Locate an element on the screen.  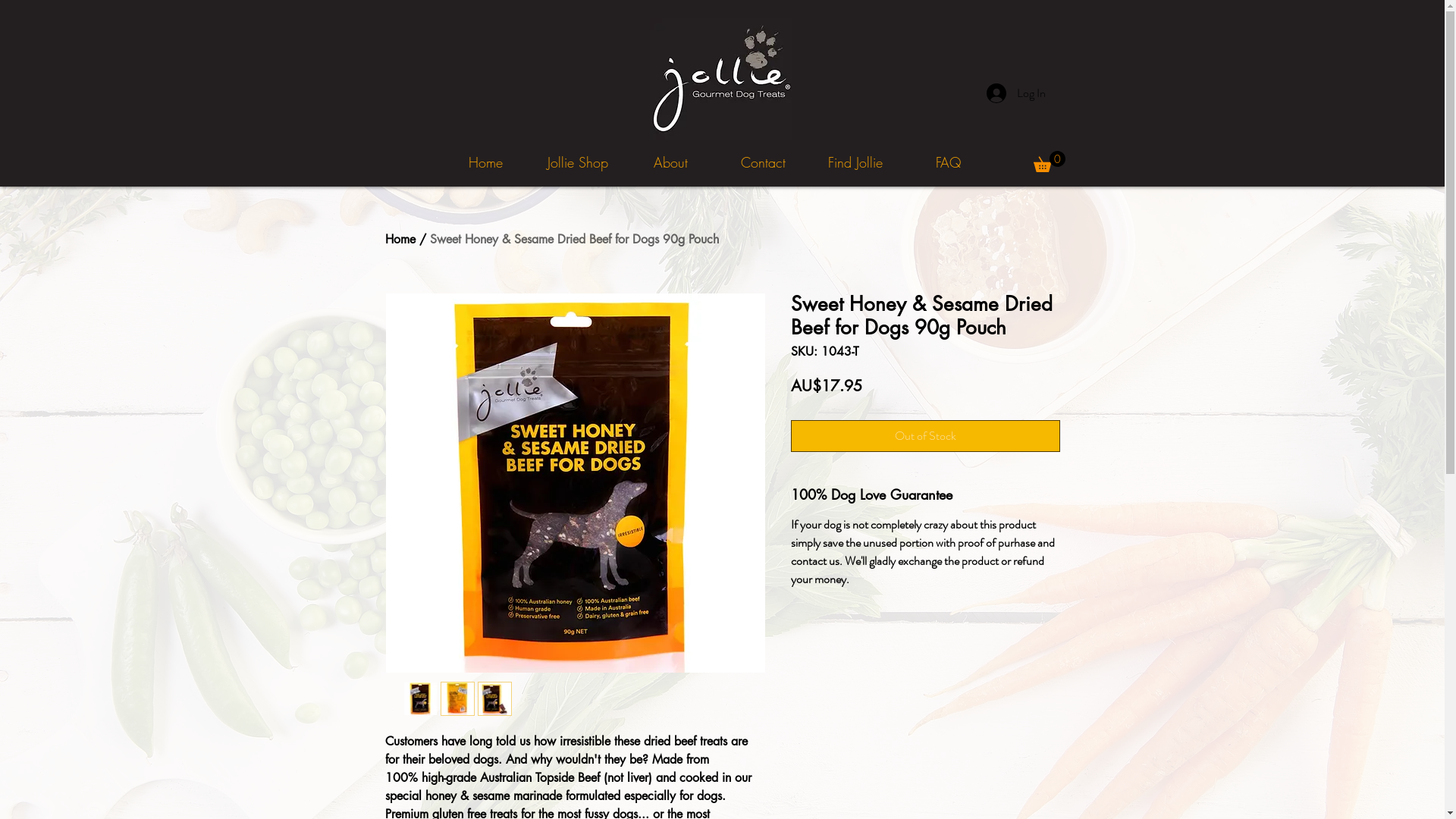
'Out of Stock' is located at coordinates (924, 435).